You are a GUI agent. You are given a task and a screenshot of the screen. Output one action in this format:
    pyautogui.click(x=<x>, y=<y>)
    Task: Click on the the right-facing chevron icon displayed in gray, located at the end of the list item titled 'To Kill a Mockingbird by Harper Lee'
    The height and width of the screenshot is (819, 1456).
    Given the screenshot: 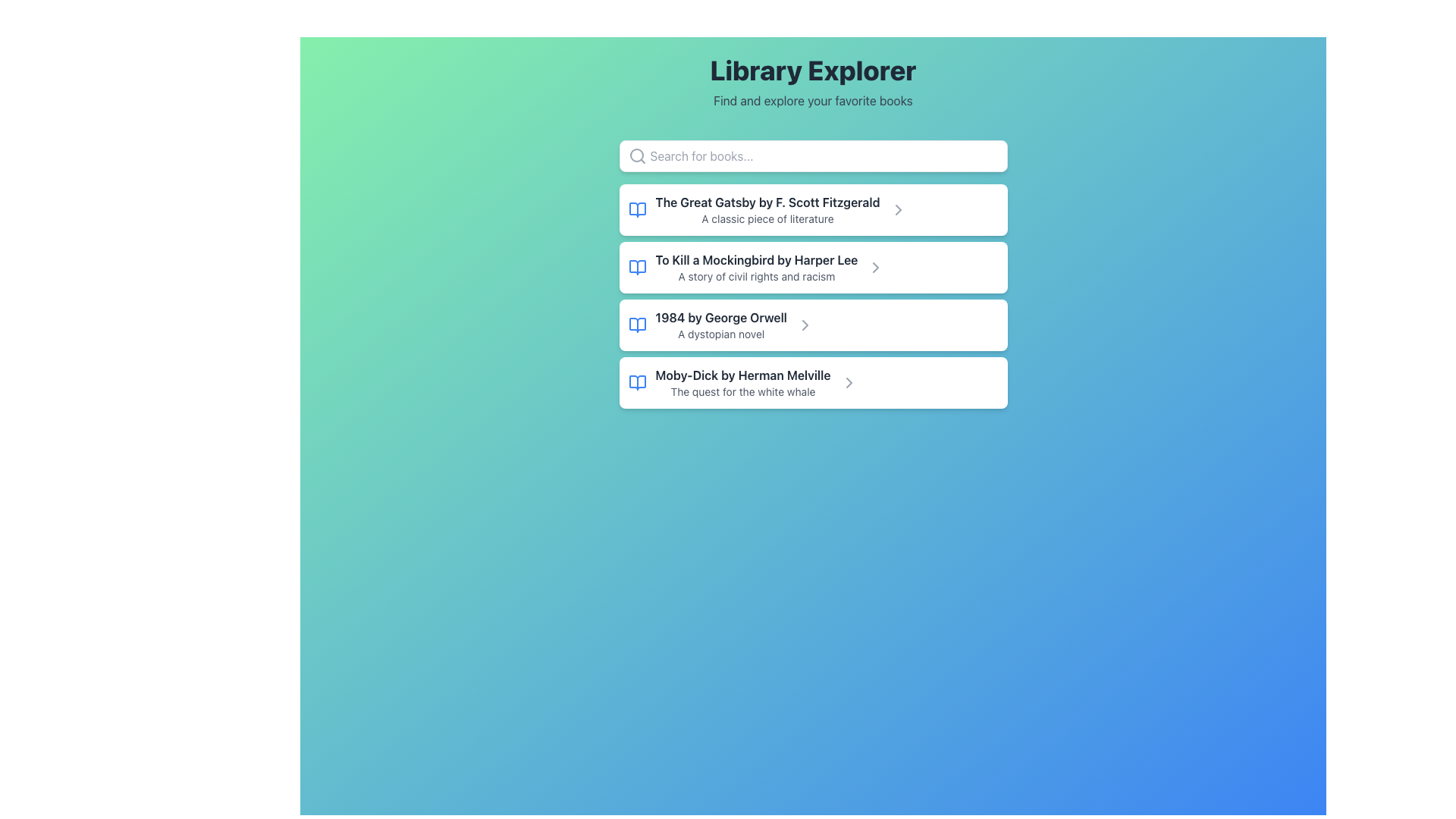 What is the action you would take?
    pyautogui.click(x=898, y=210)
    